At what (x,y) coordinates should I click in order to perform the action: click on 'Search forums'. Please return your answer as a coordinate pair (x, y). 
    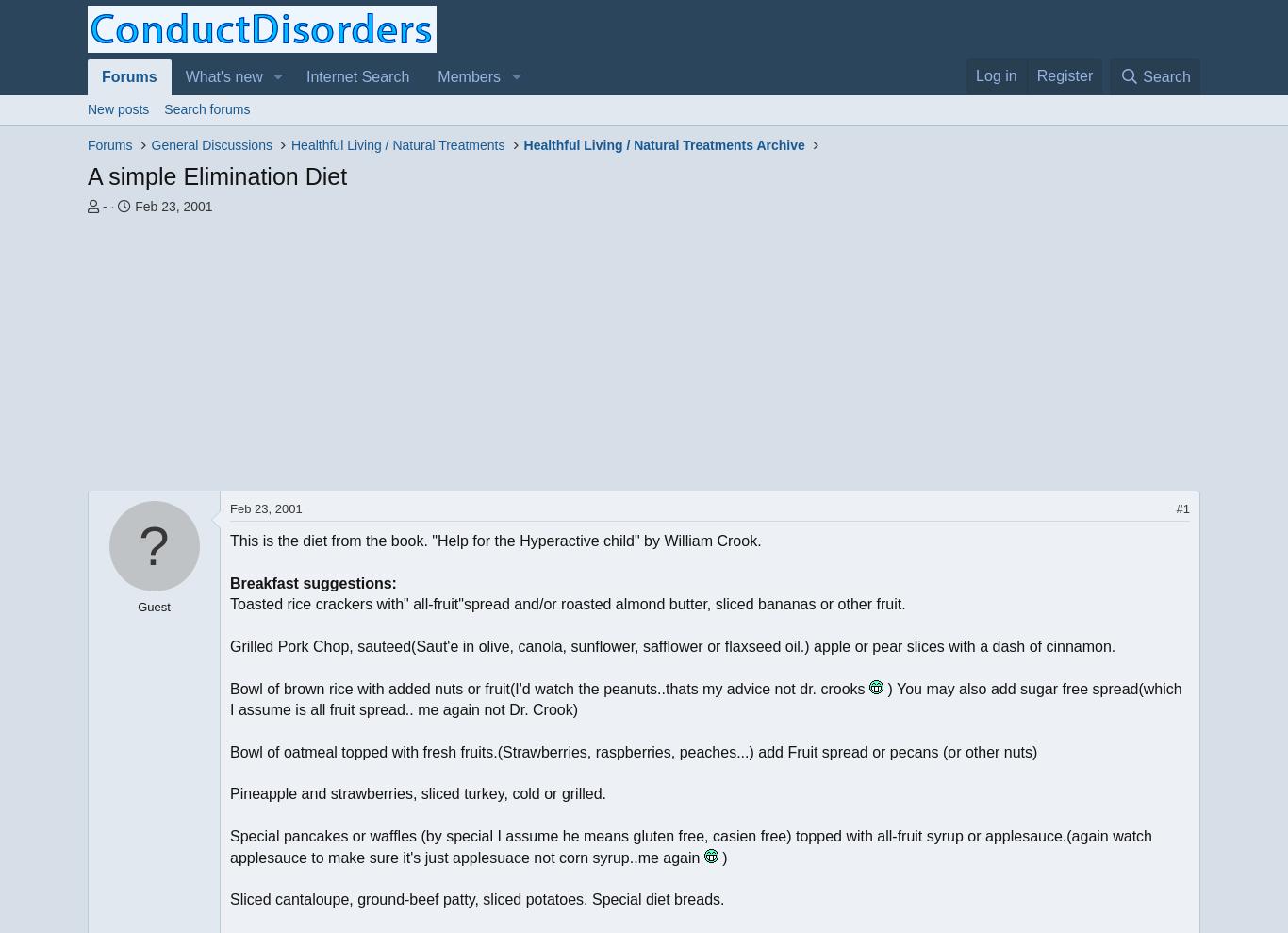
    Looking at the image, I should click on (206, 108).